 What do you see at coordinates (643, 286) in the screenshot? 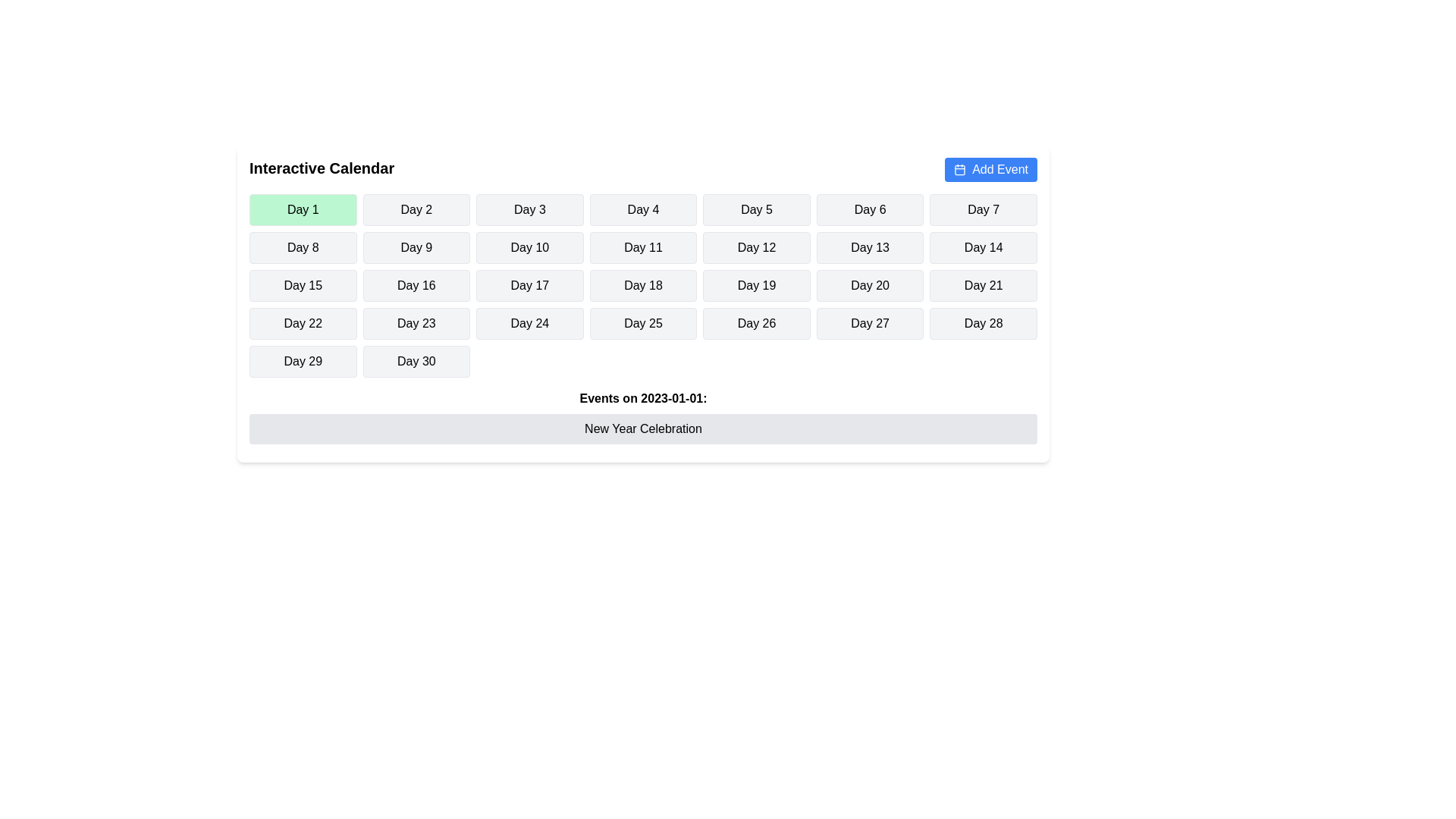
I see `the 'Day 18' button, which is a rectangular button with rounded corners, gray background, and bold black text, to observe its hover effects` at bounding box center [643, 286].